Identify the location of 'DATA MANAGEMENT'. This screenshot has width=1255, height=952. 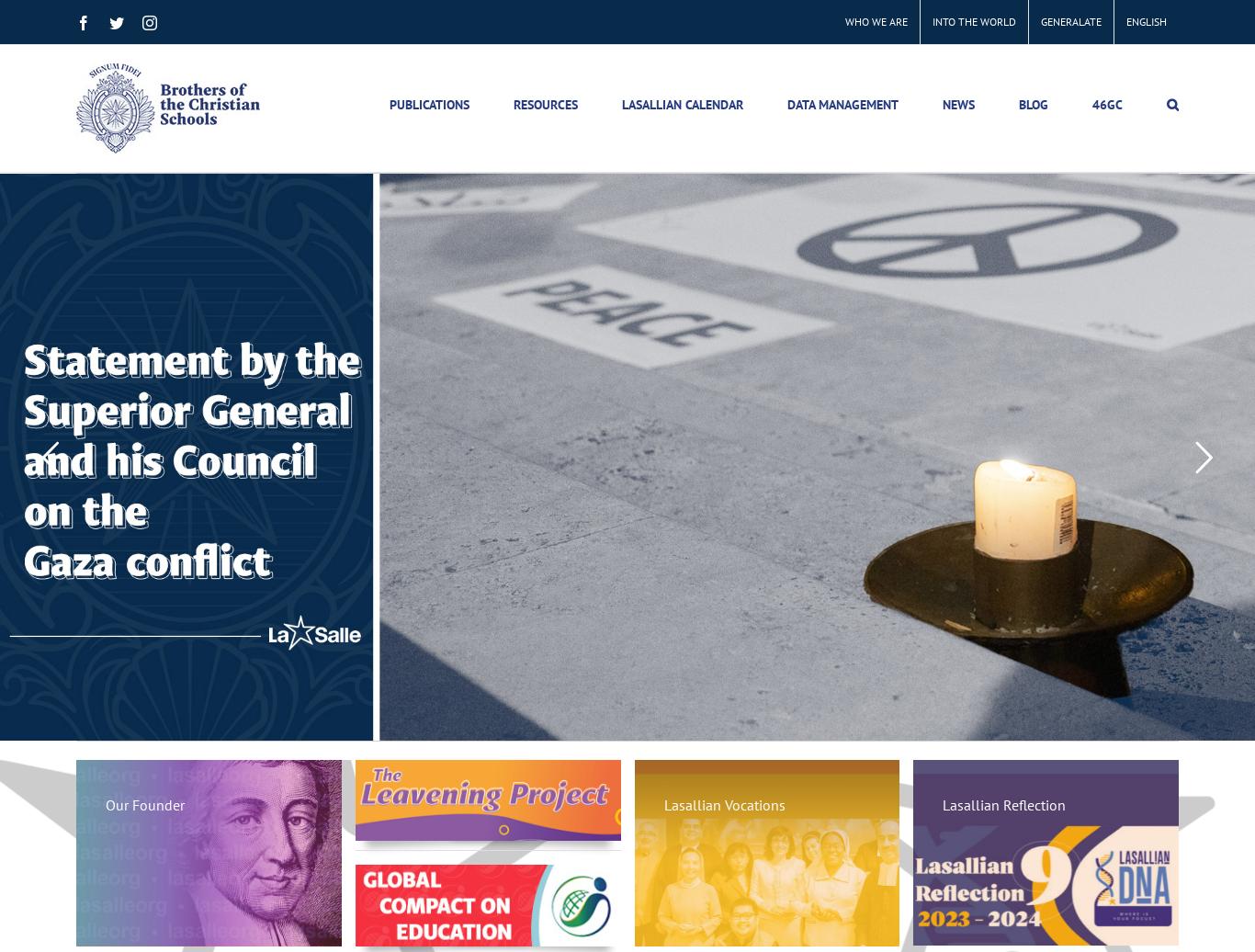
(842, 104).